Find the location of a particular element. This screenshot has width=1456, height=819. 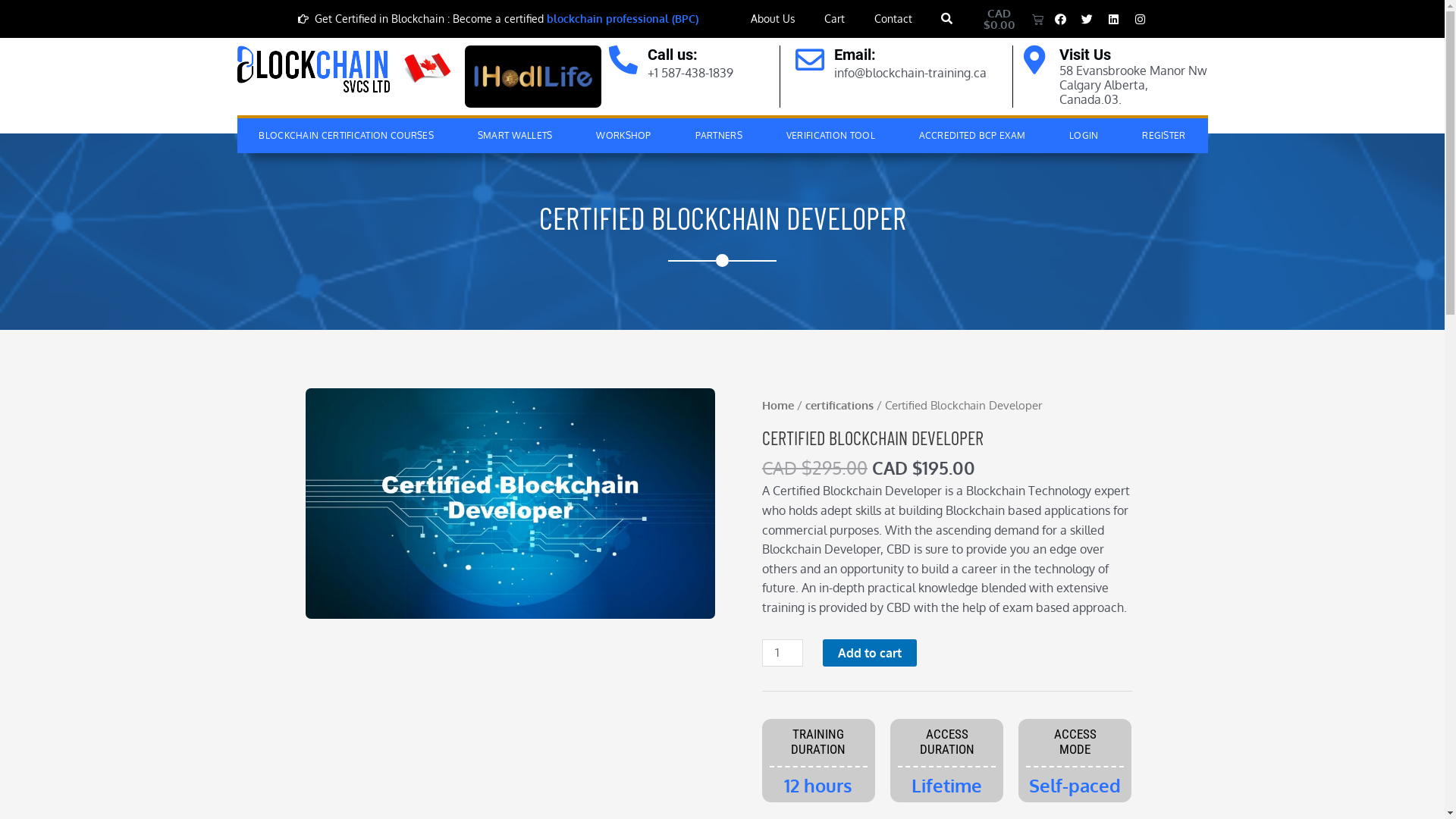

'BLOCKCHAIN CERTIFICATION COURSES' is located at coordinates (345, 134).